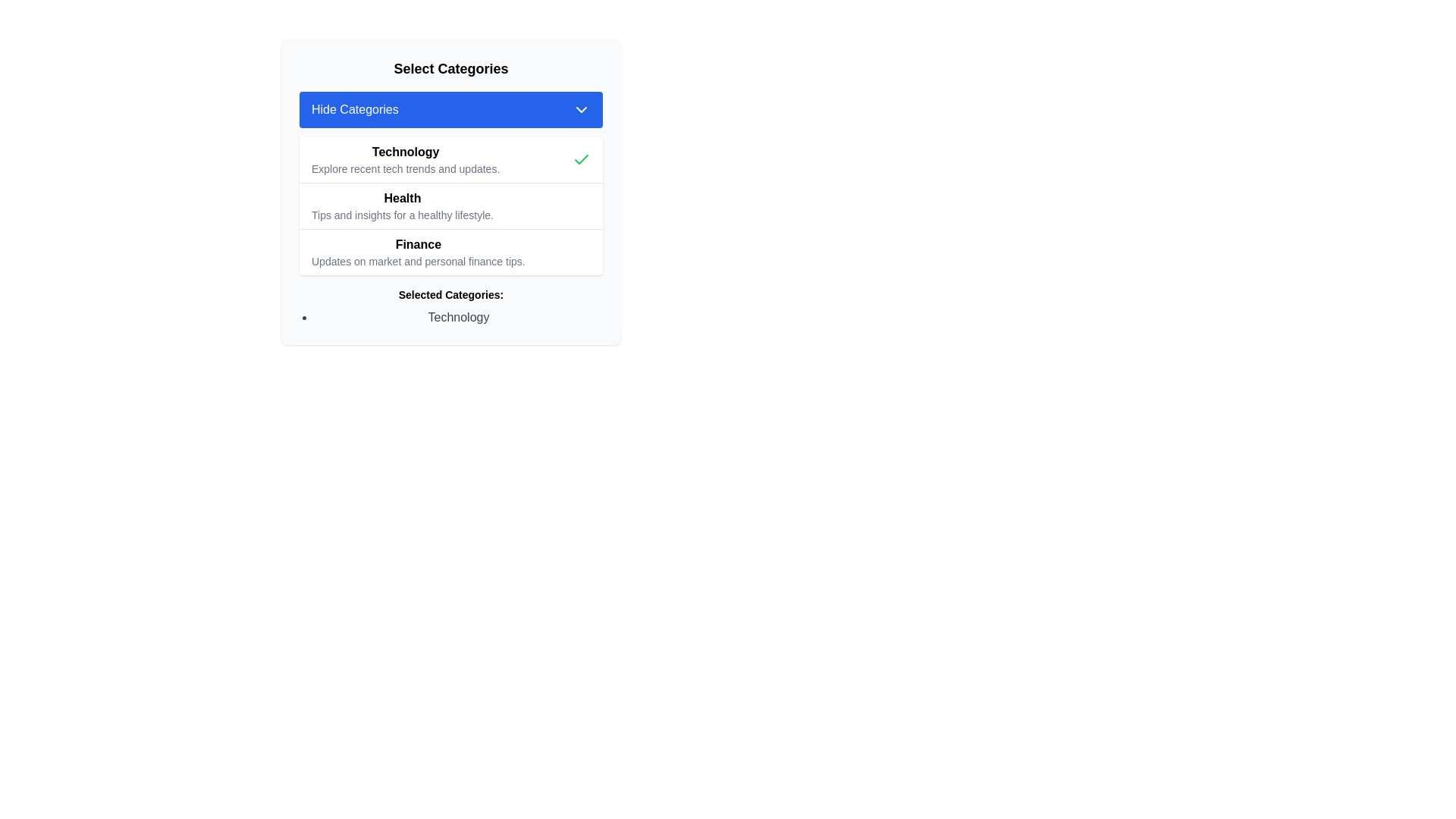 This screenshot has width=1456, height=819. What do you see at coordinates (406, 152) in the screenshot?
I see `the bold text label that reads 'Technology' in the 'Select Categories' interface` at bounding box center [406, 152].